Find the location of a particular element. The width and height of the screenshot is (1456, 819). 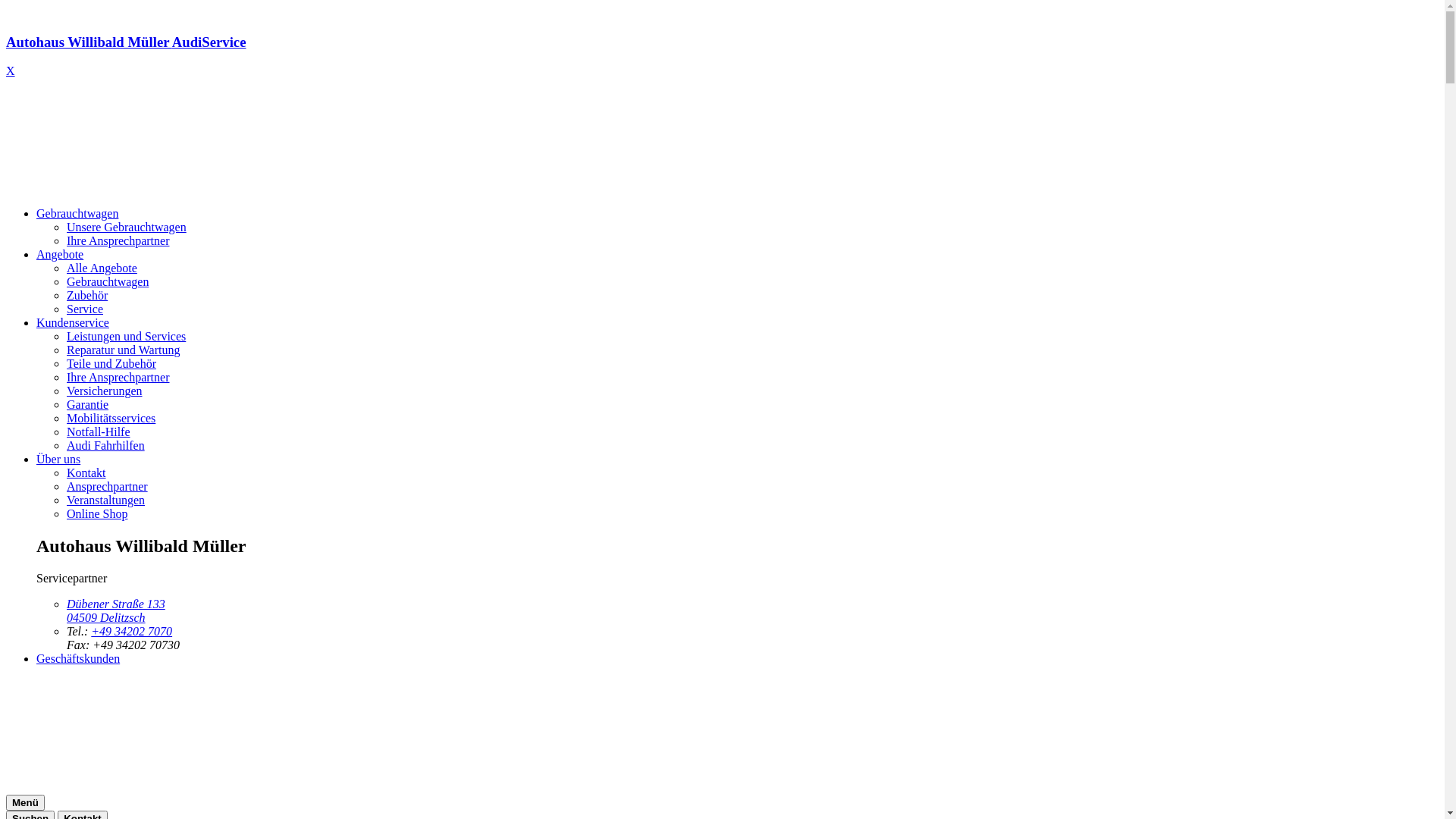

'+49 34202 7070' is located at coordinates (131, 631).